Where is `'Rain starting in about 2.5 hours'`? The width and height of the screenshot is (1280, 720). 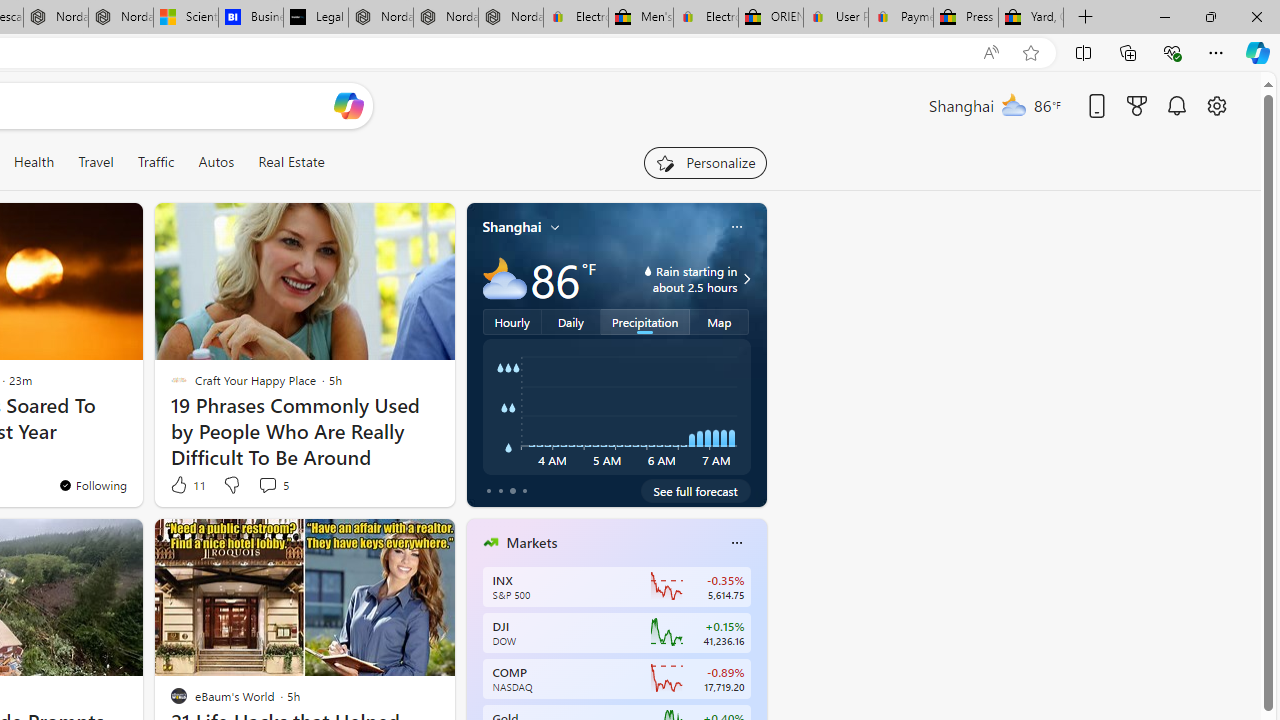 'Rain starting in about 2.5 hours' is located at coordinates (743, 279).